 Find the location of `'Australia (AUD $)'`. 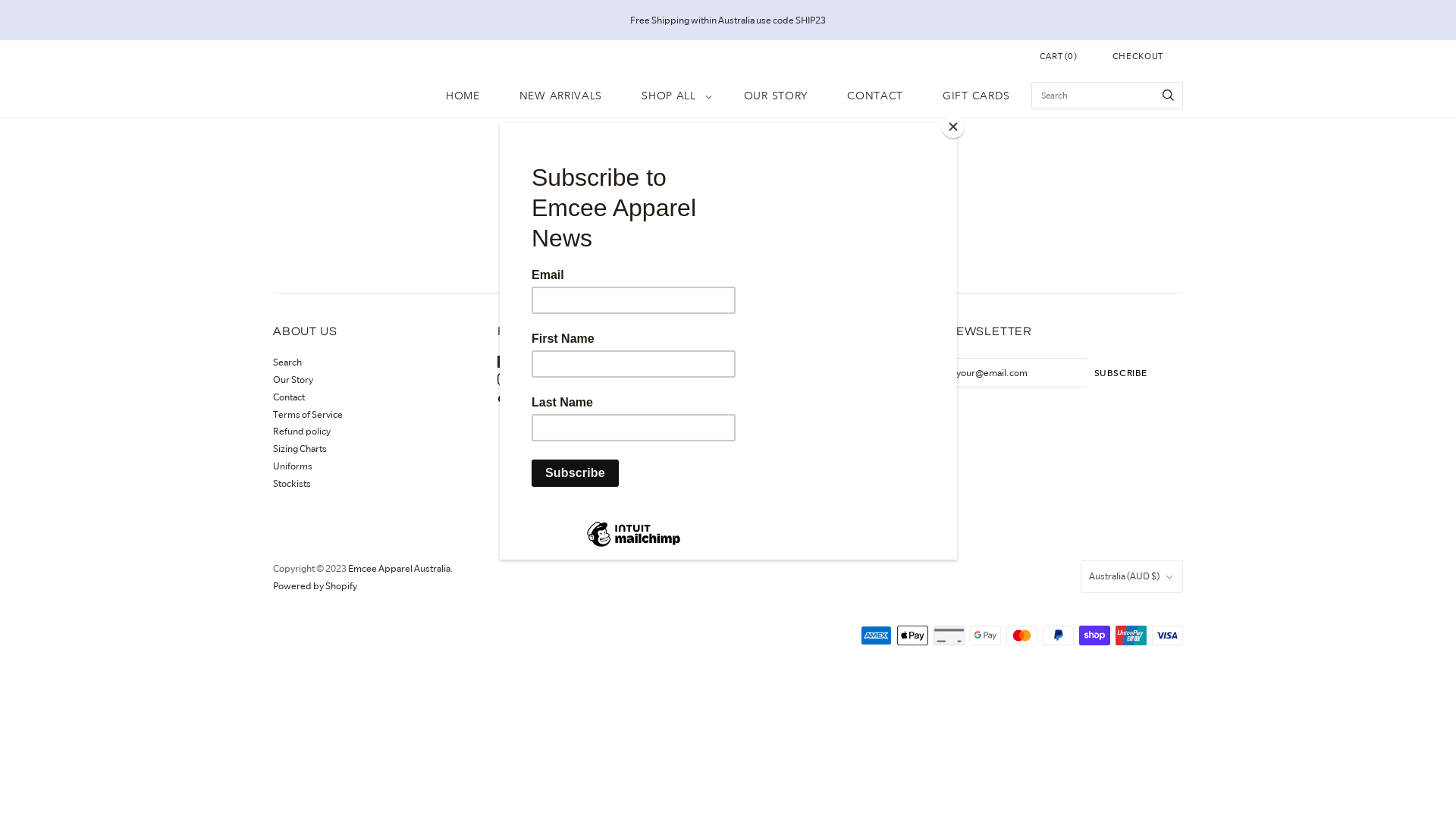

'Australia (AUD $)' is located at coordinates (1131, 576).